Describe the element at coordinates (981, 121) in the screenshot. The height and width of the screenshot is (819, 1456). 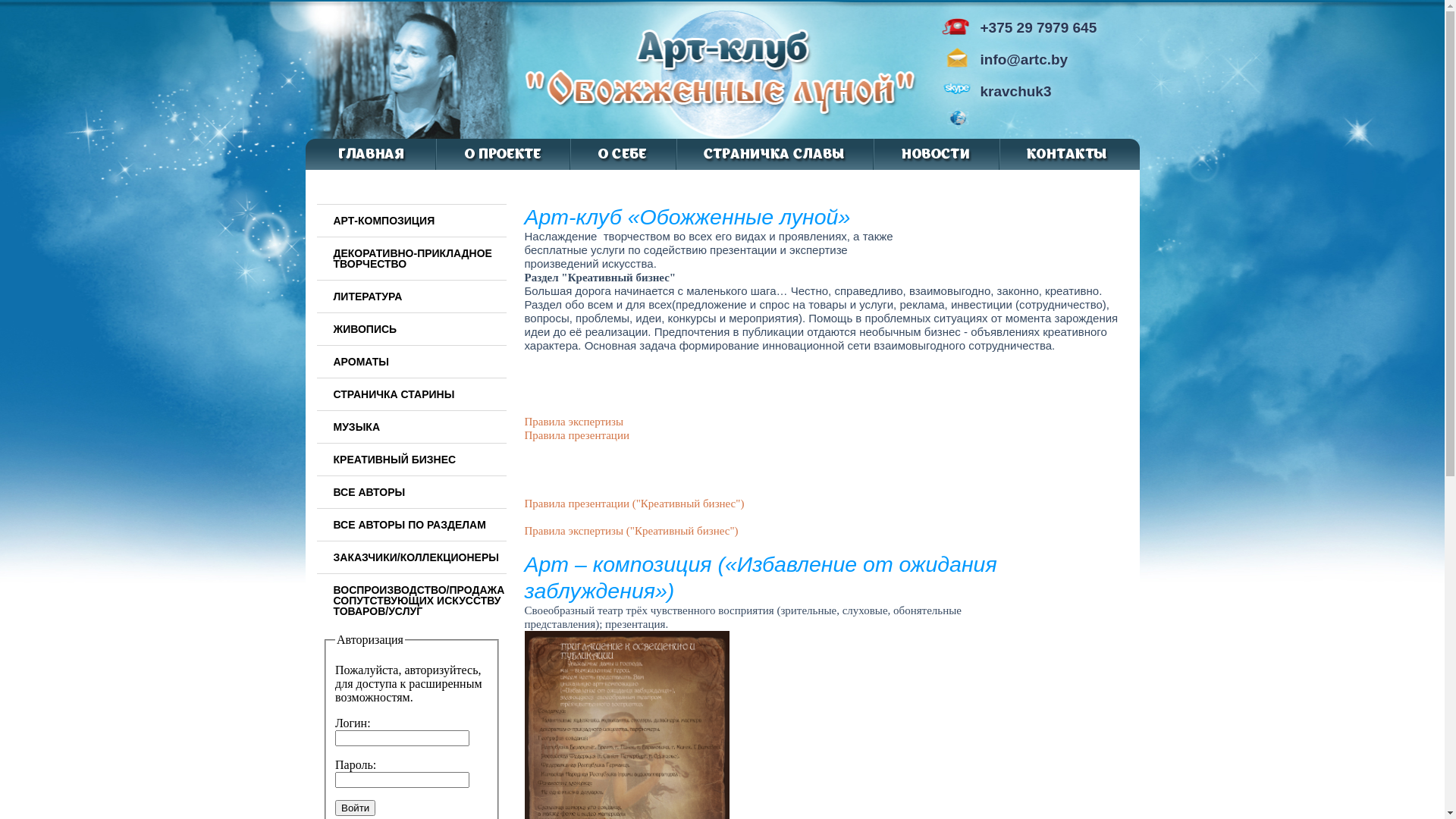
I see `' '` at that location.